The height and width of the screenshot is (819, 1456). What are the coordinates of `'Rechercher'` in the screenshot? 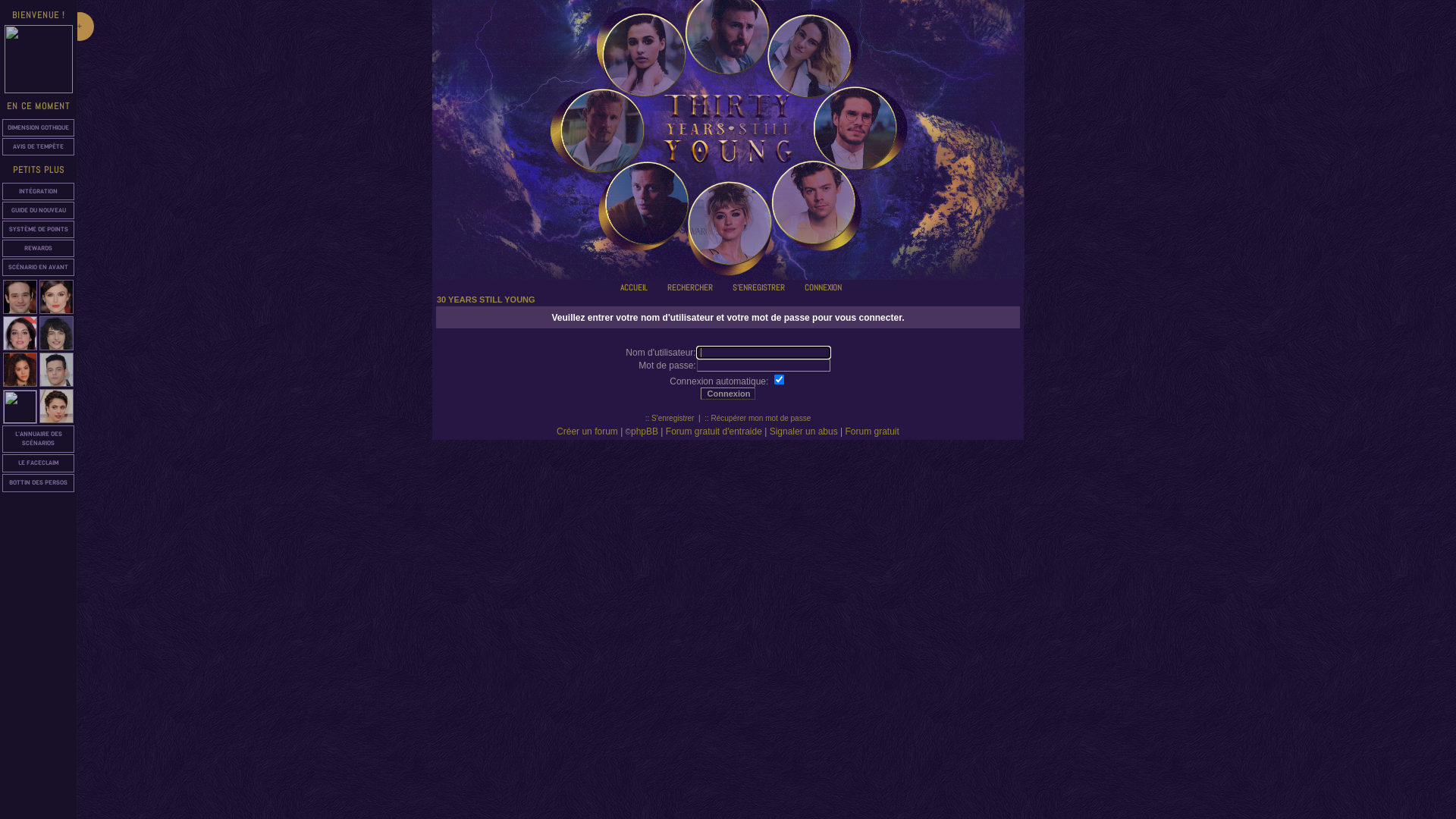 It's located at (661, 285).